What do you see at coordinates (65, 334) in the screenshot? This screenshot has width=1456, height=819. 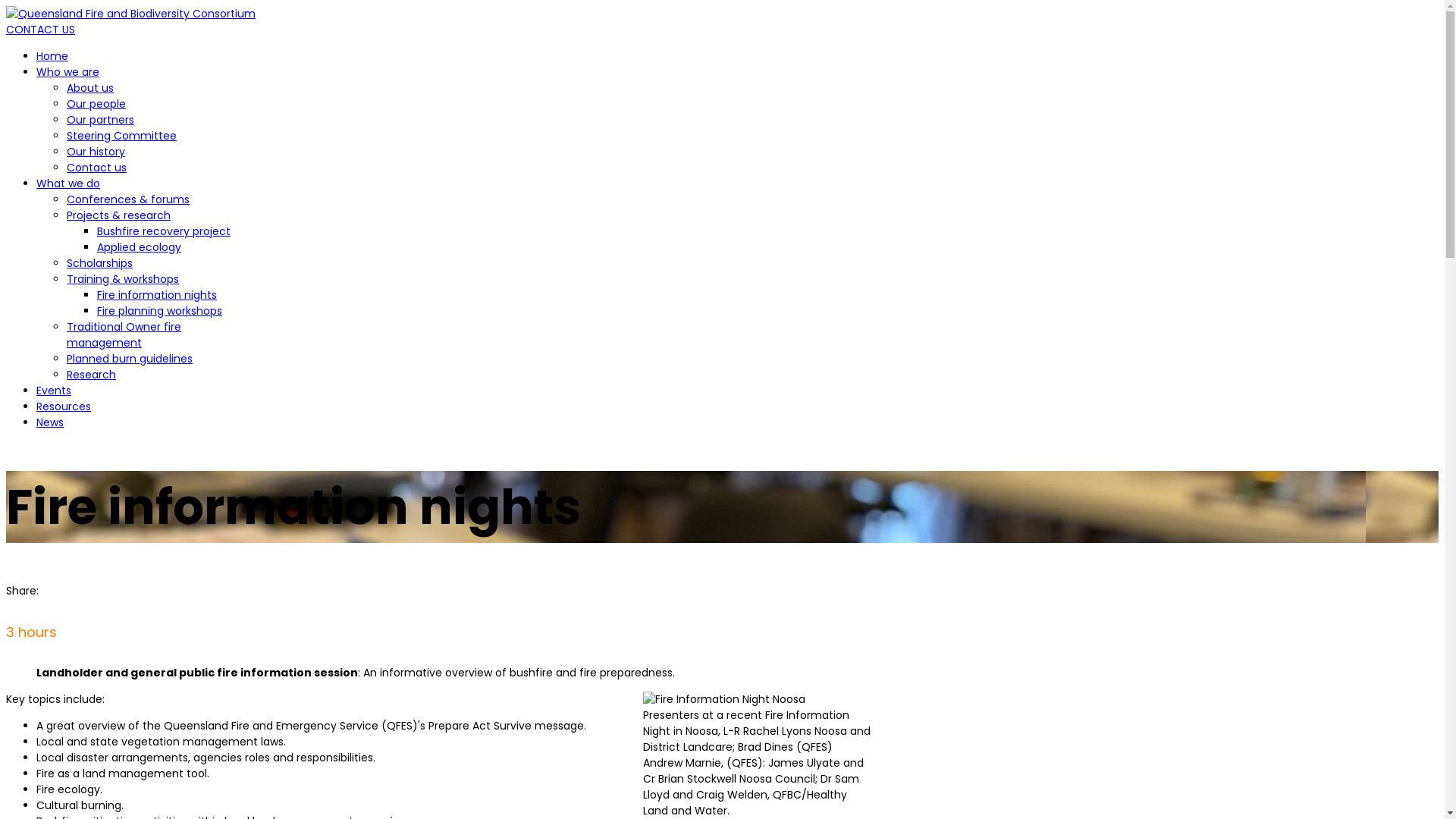 I see `'Traditional Owner fire management'` at bounding box center [65, 334].